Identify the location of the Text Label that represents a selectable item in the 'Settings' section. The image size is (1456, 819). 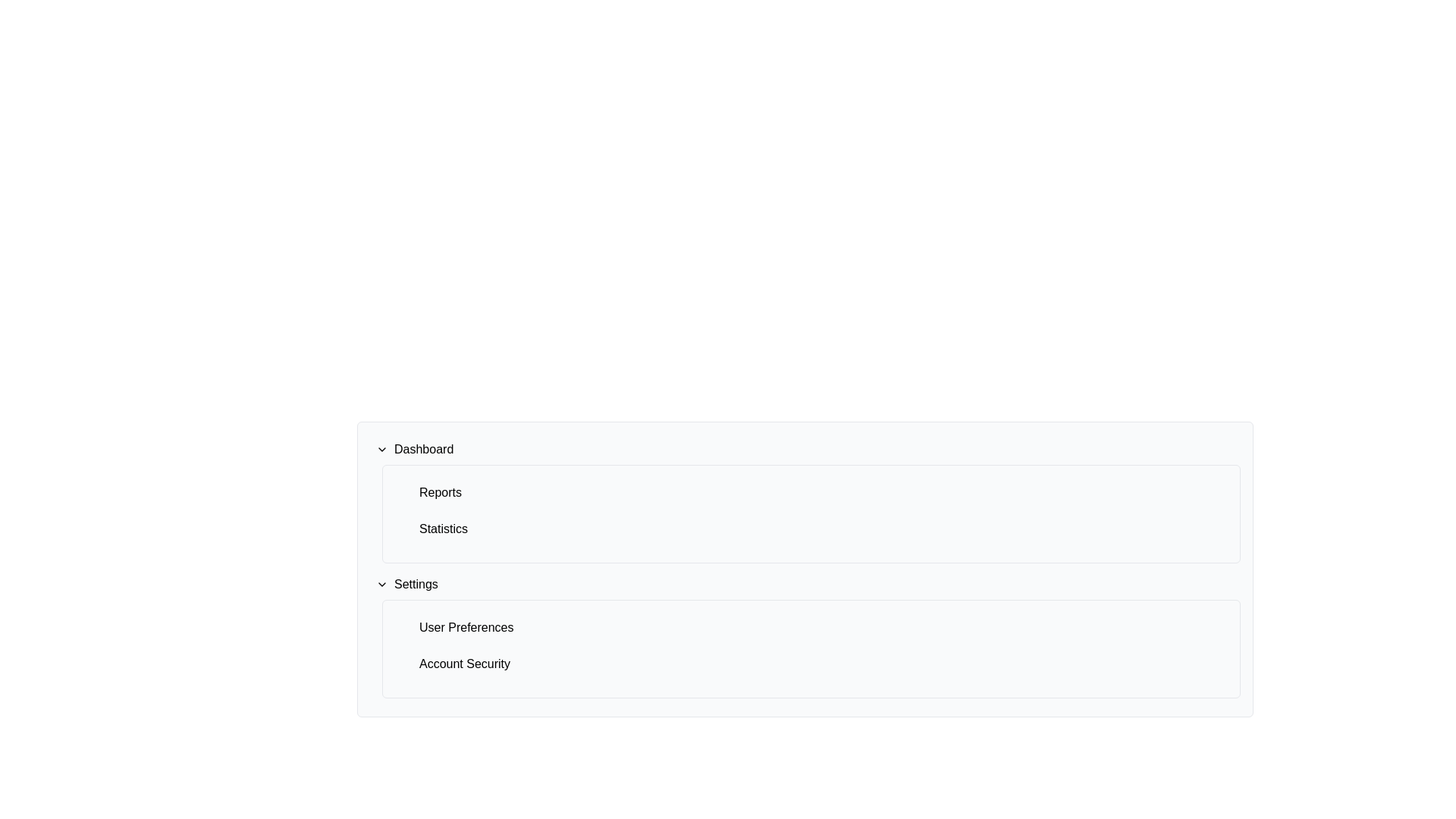
(466, 628).